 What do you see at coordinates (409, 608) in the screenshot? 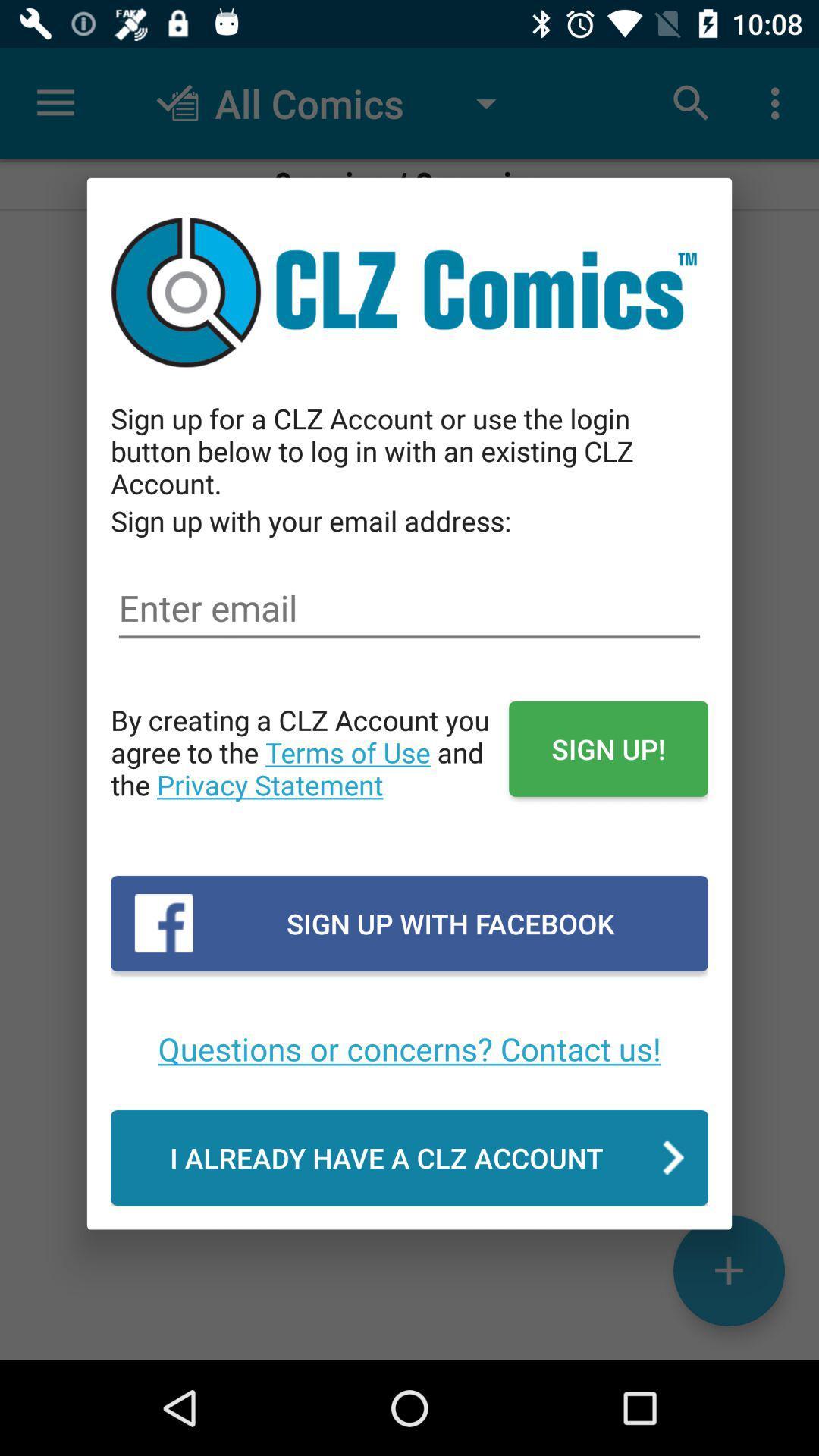
I see `enter/type email address` at bounding box center [409, 608].